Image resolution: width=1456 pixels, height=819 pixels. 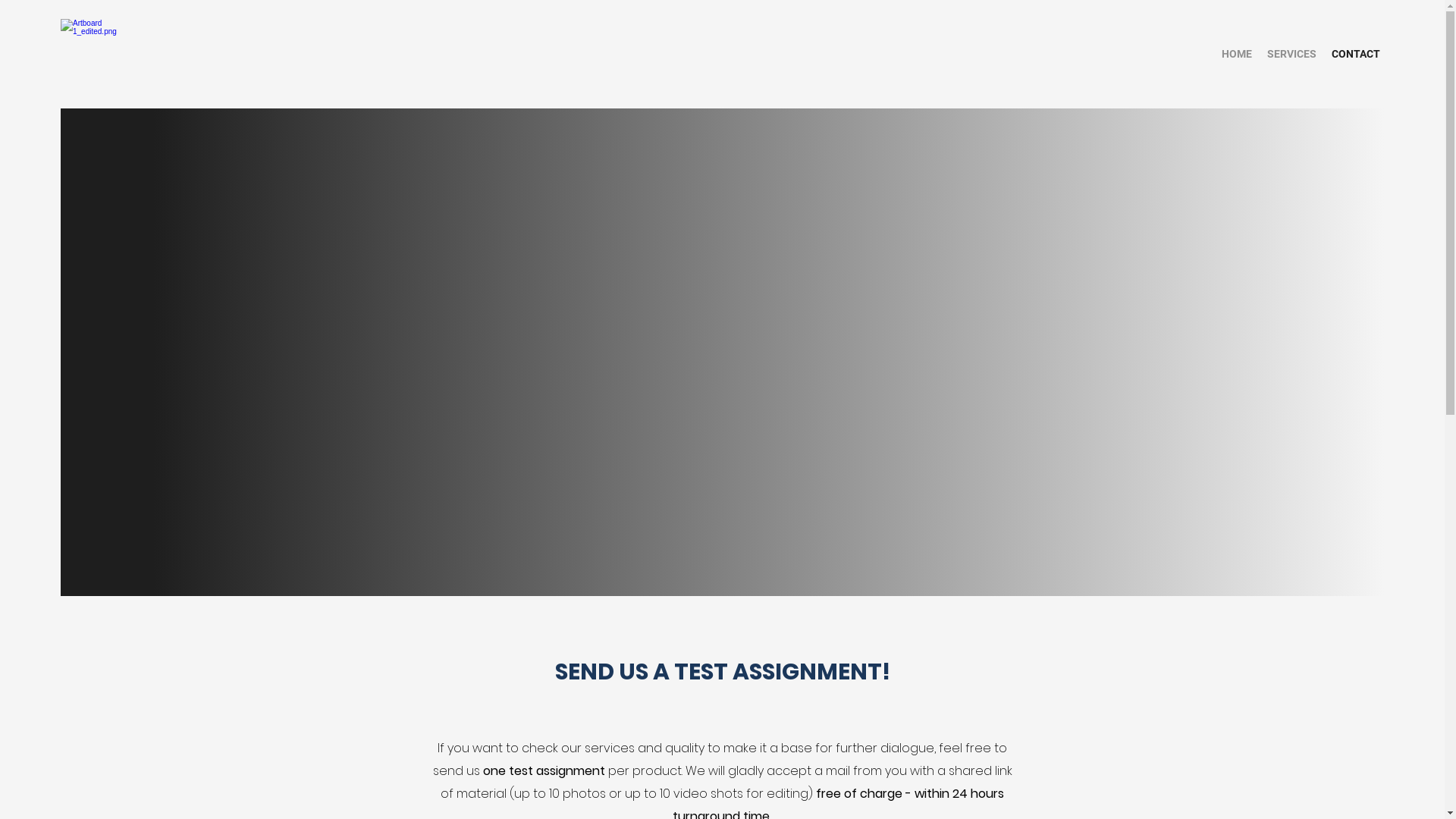 What do you see at coordinates (1237, 53) in the screenshot?
I see `'HOME'` at bounding box center [1237, 53].